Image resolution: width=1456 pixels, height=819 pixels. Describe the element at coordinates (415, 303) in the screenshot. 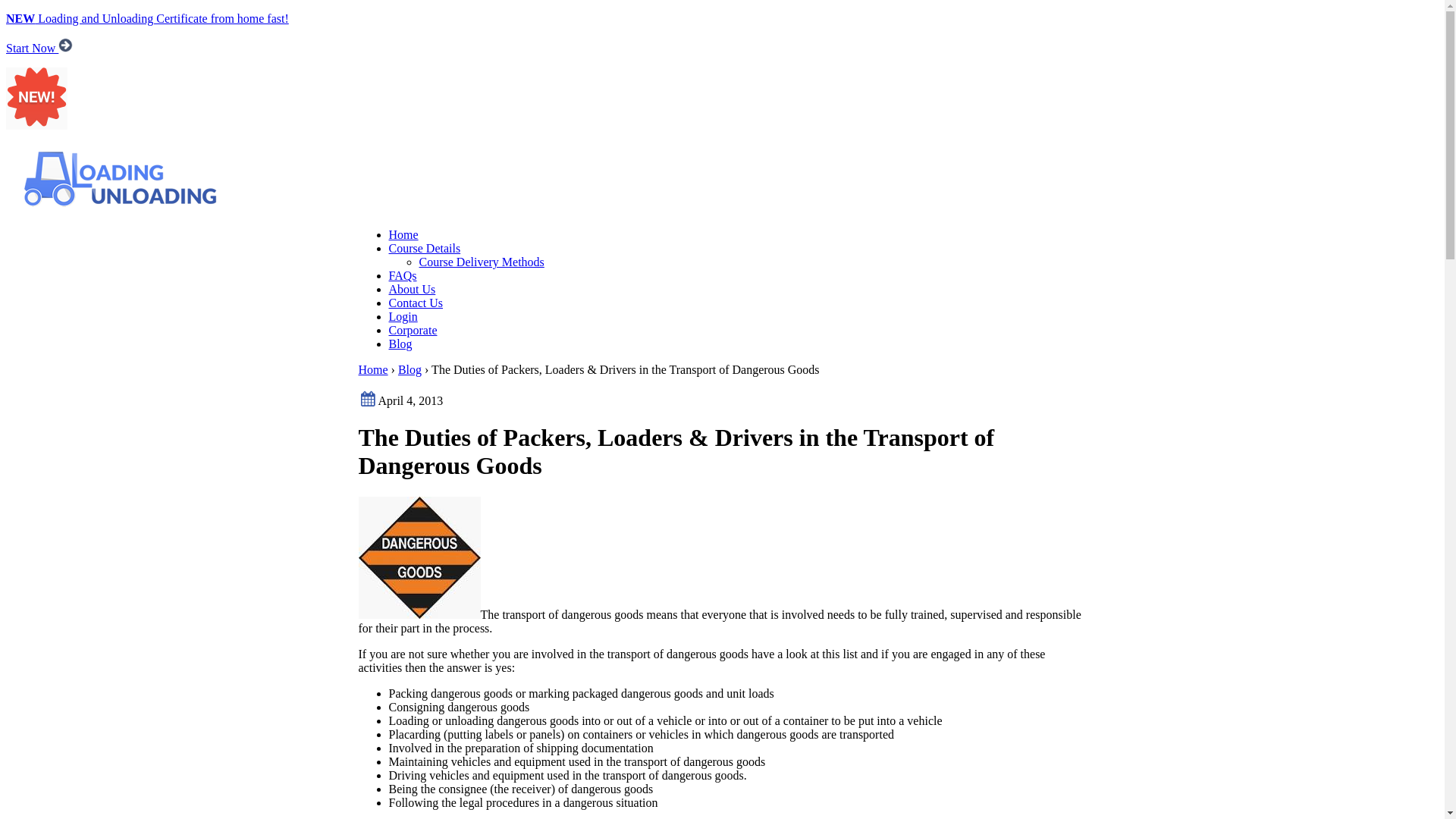

I see `'Contact Us'` at that location.